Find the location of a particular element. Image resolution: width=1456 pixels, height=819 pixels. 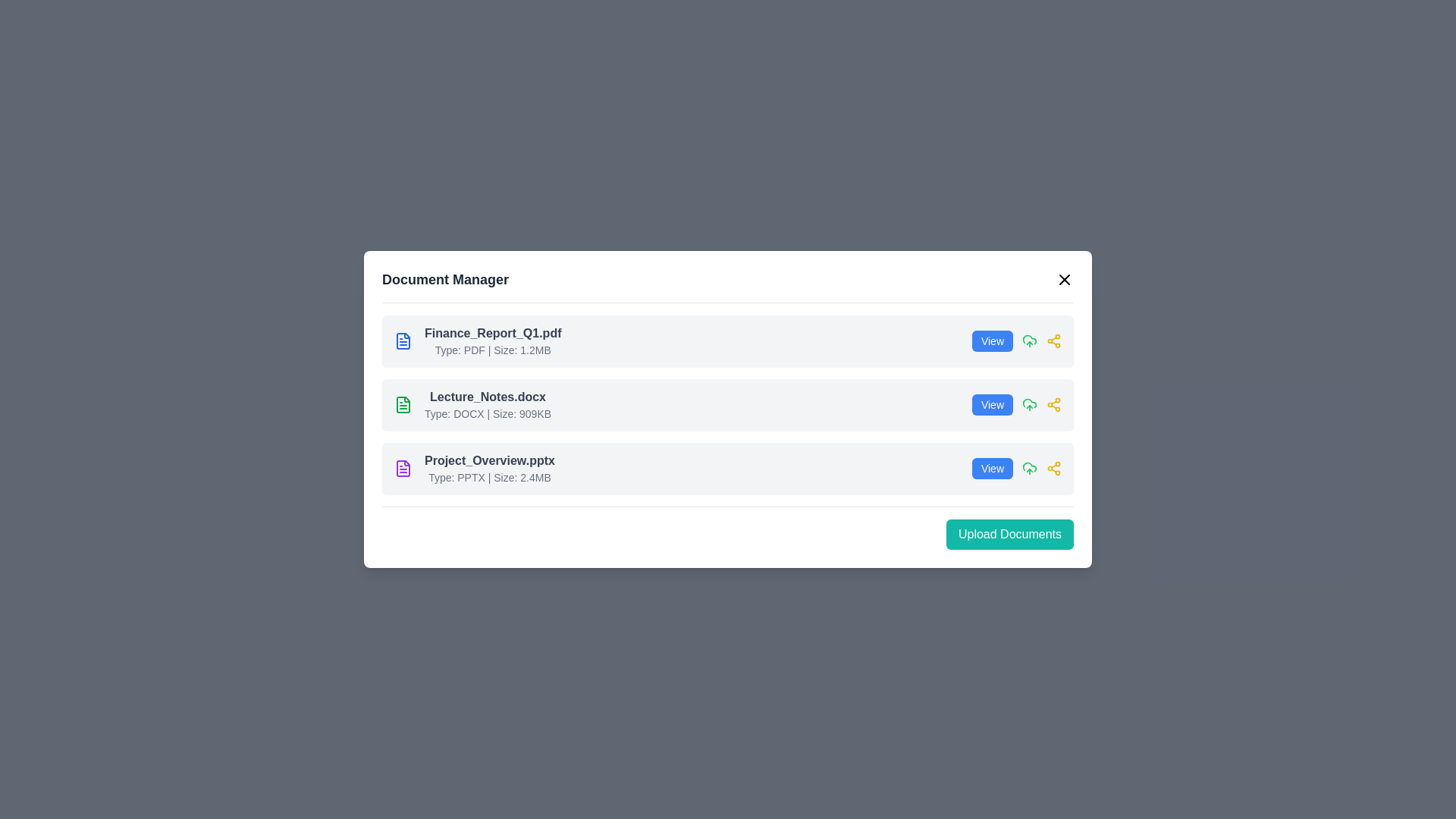

the button in the second row of the list interface is located at coordinates (992, 403).